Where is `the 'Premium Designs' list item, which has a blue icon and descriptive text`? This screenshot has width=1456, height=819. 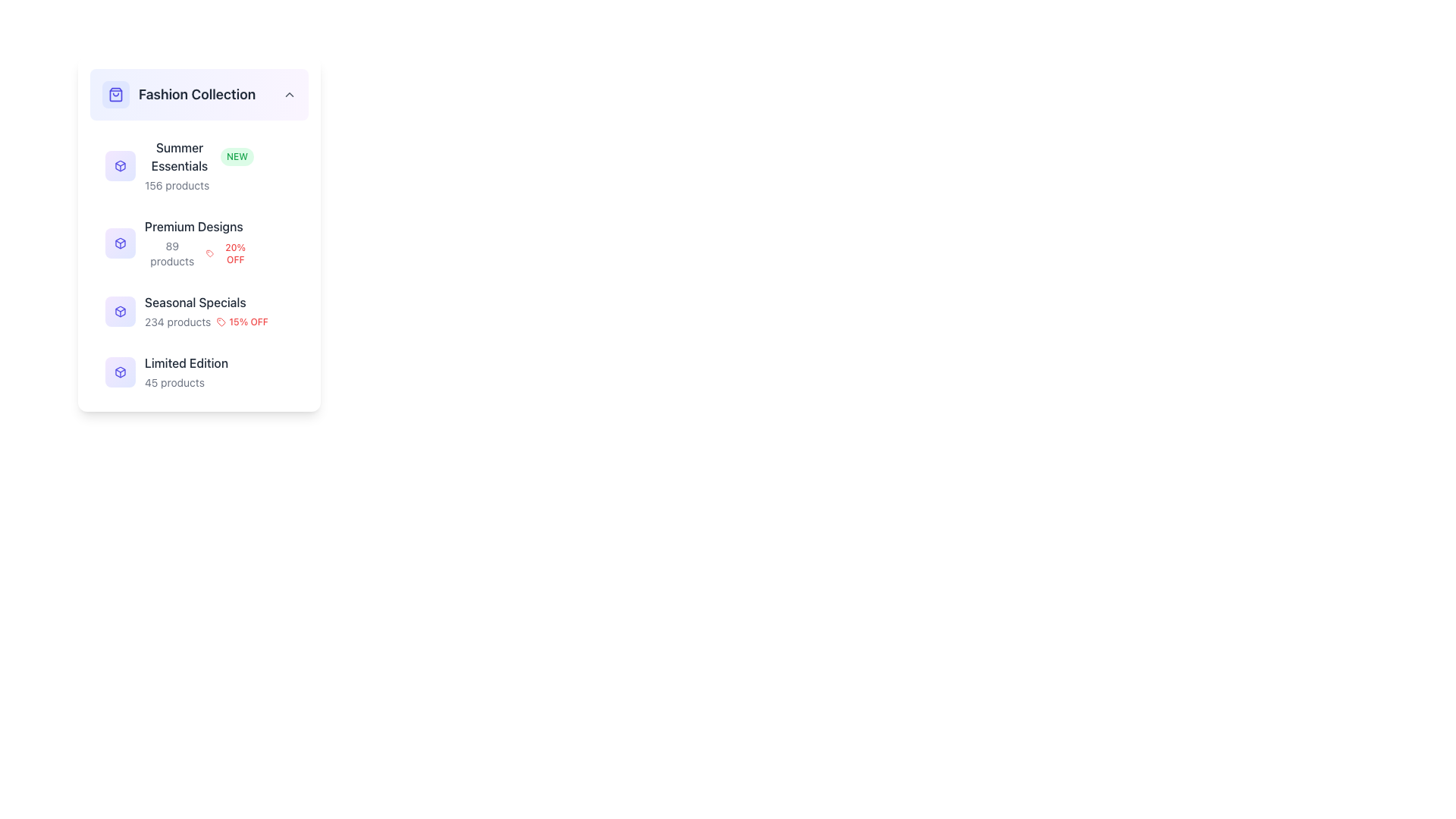 the 'Premium Designs' list item, which has a blue icon and descriptive text is located at coordinates (179, 242).